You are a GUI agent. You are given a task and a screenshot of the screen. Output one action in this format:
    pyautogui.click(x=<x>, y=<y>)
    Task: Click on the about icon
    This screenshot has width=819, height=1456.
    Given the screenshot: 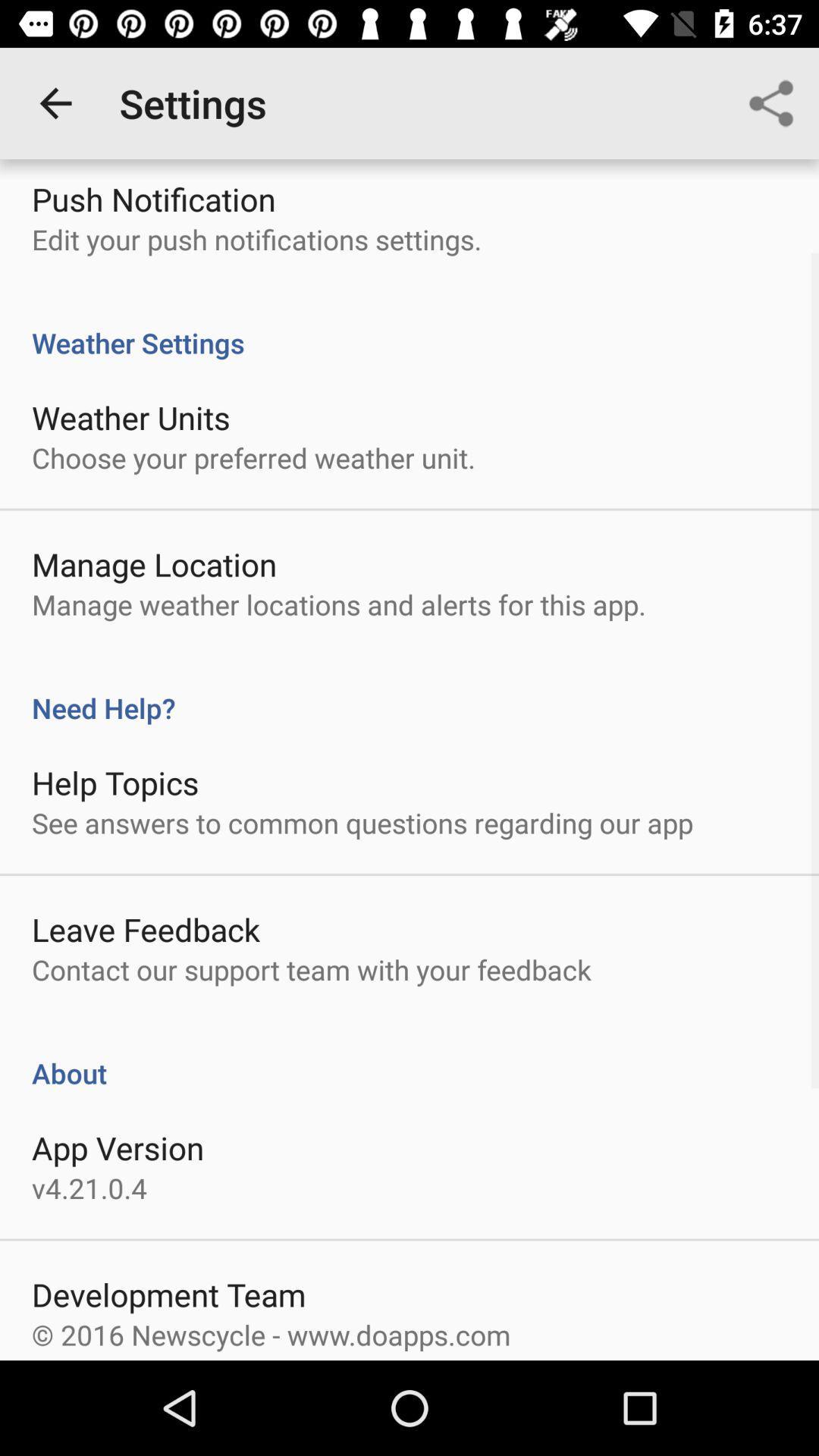 What is the action you would take?
    pyautogui.click(x=409, y=1056)
    